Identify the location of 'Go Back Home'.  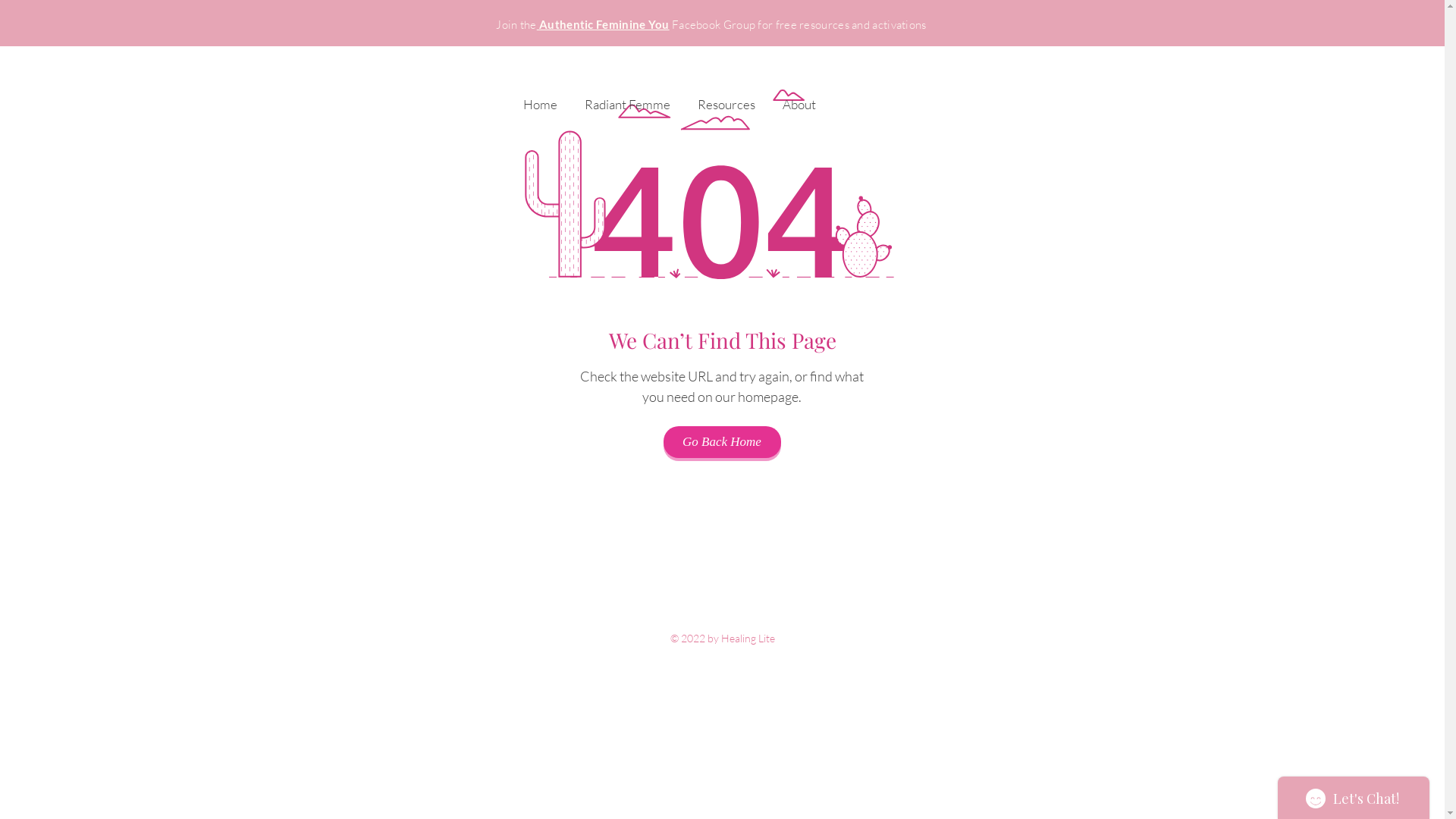
(720, 441).